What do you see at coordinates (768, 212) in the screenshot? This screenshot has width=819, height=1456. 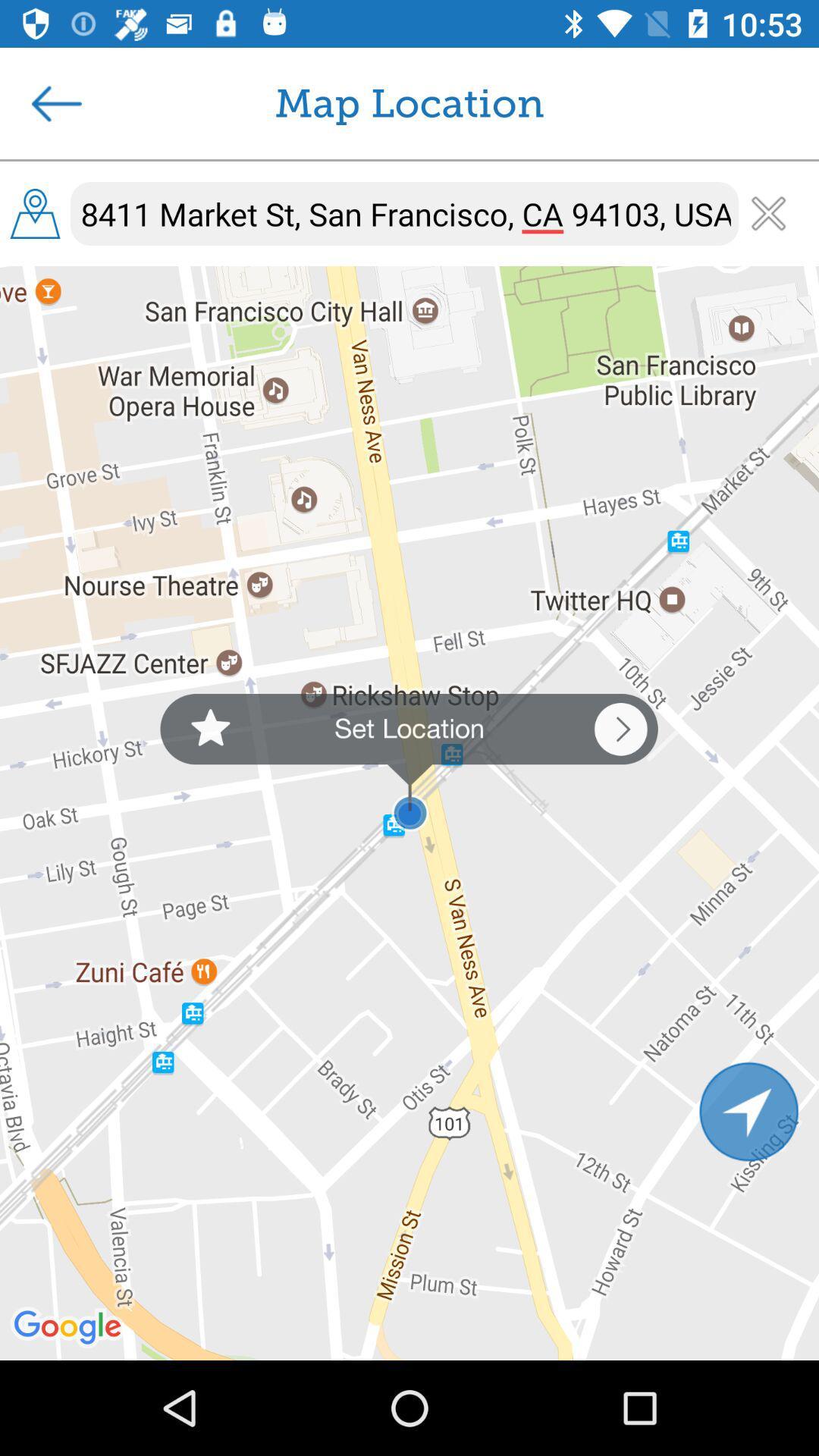 I see `the close icon` at bounding box center [768, 212].